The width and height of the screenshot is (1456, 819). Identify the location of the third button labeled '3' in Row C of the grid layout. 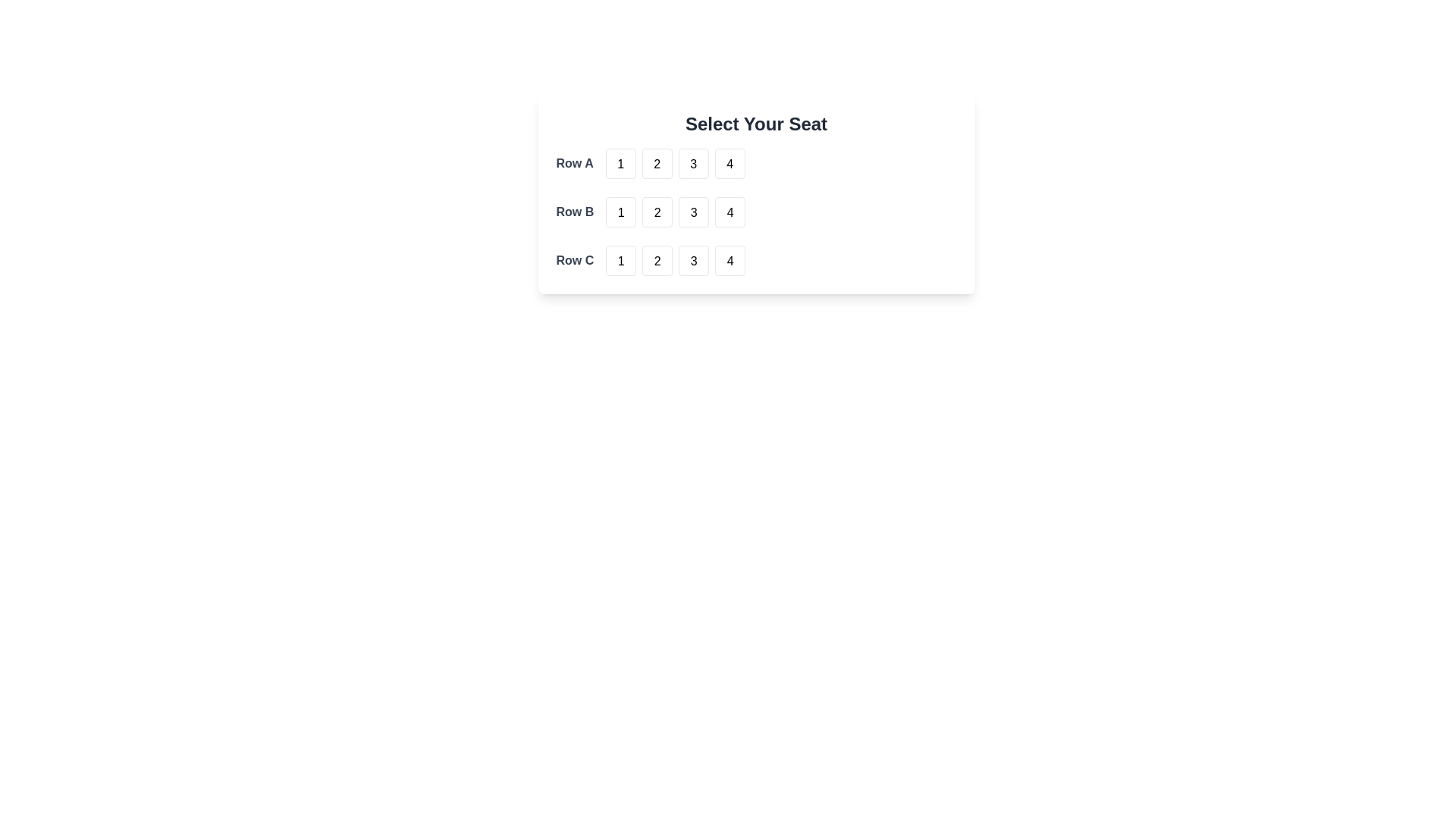
(693, 259).